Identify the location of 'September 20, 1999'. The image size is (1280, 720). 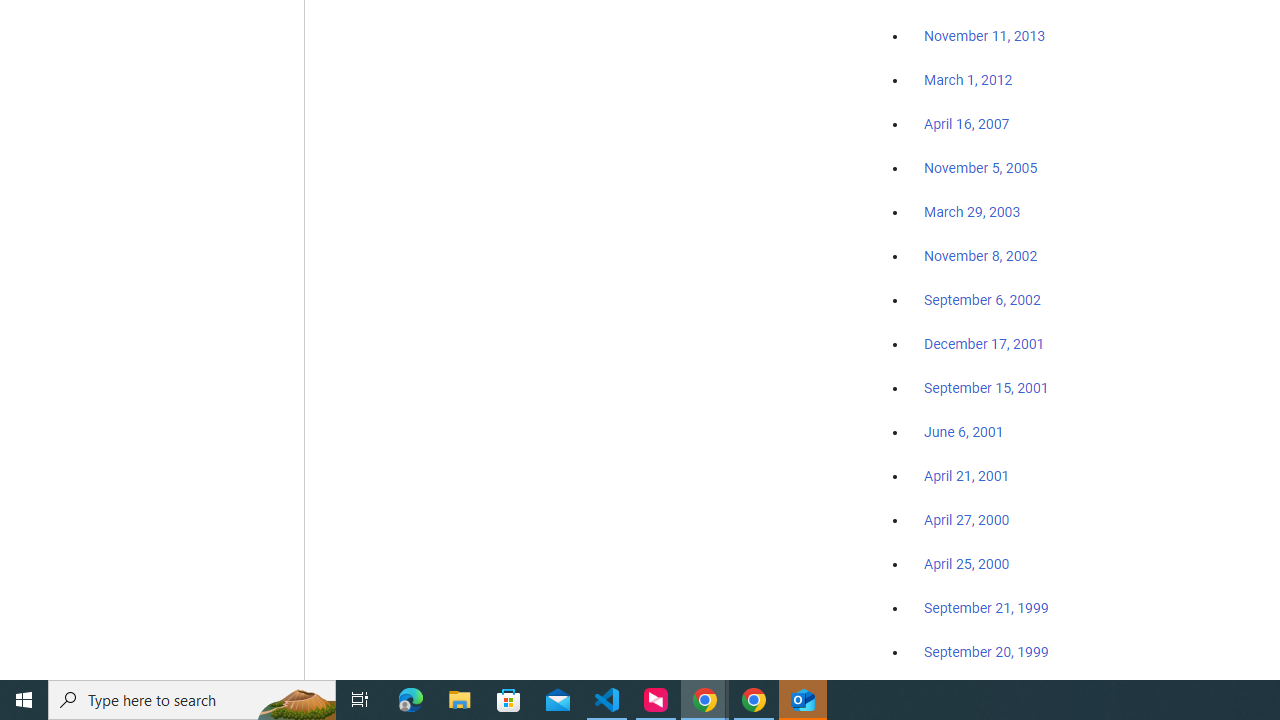
(986, 651).